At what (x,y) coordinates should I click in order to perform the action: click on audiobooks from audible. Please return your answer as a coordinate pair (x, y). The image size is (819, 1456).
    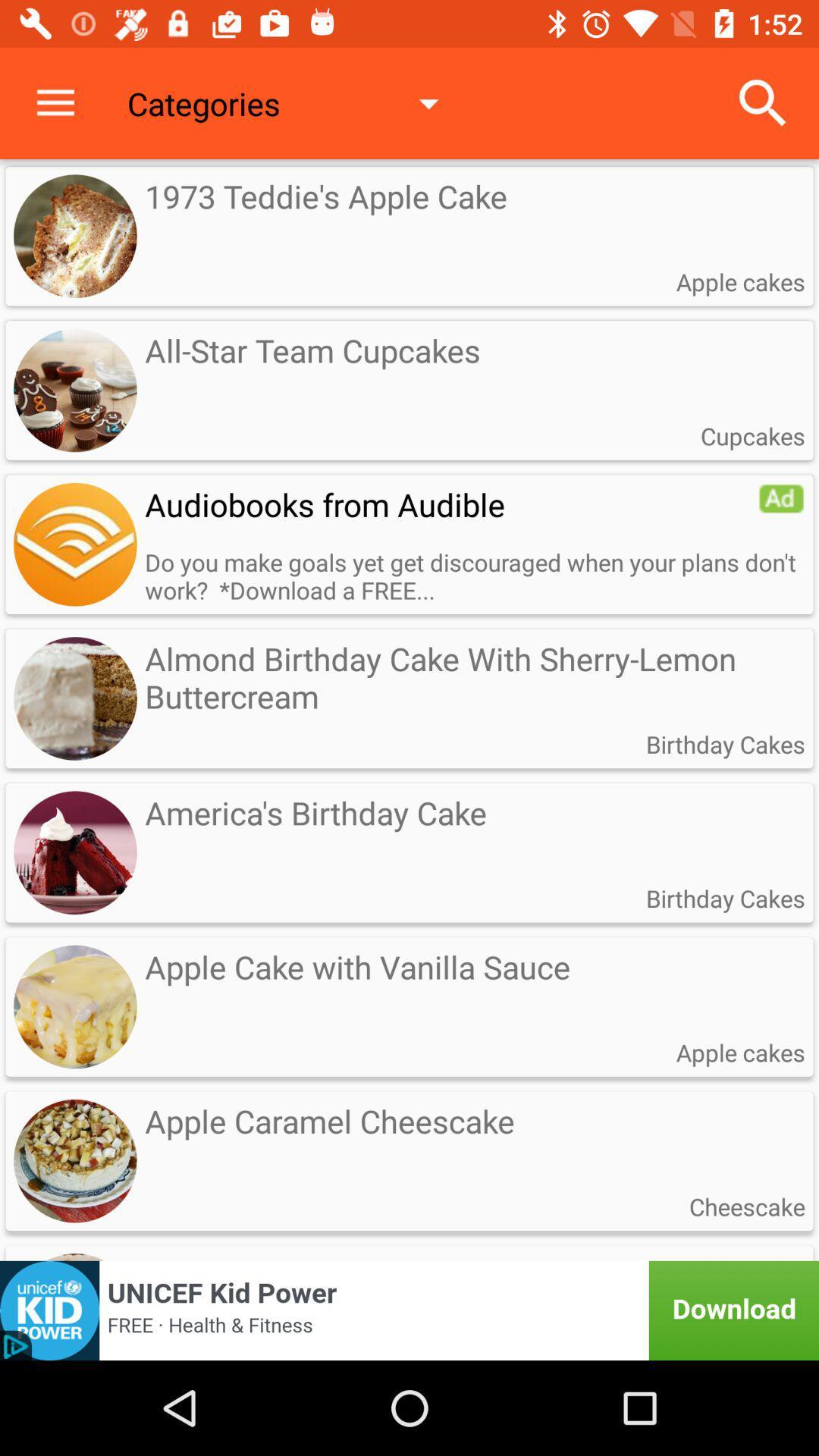
    Looking at the image, I should click on (75, 544).